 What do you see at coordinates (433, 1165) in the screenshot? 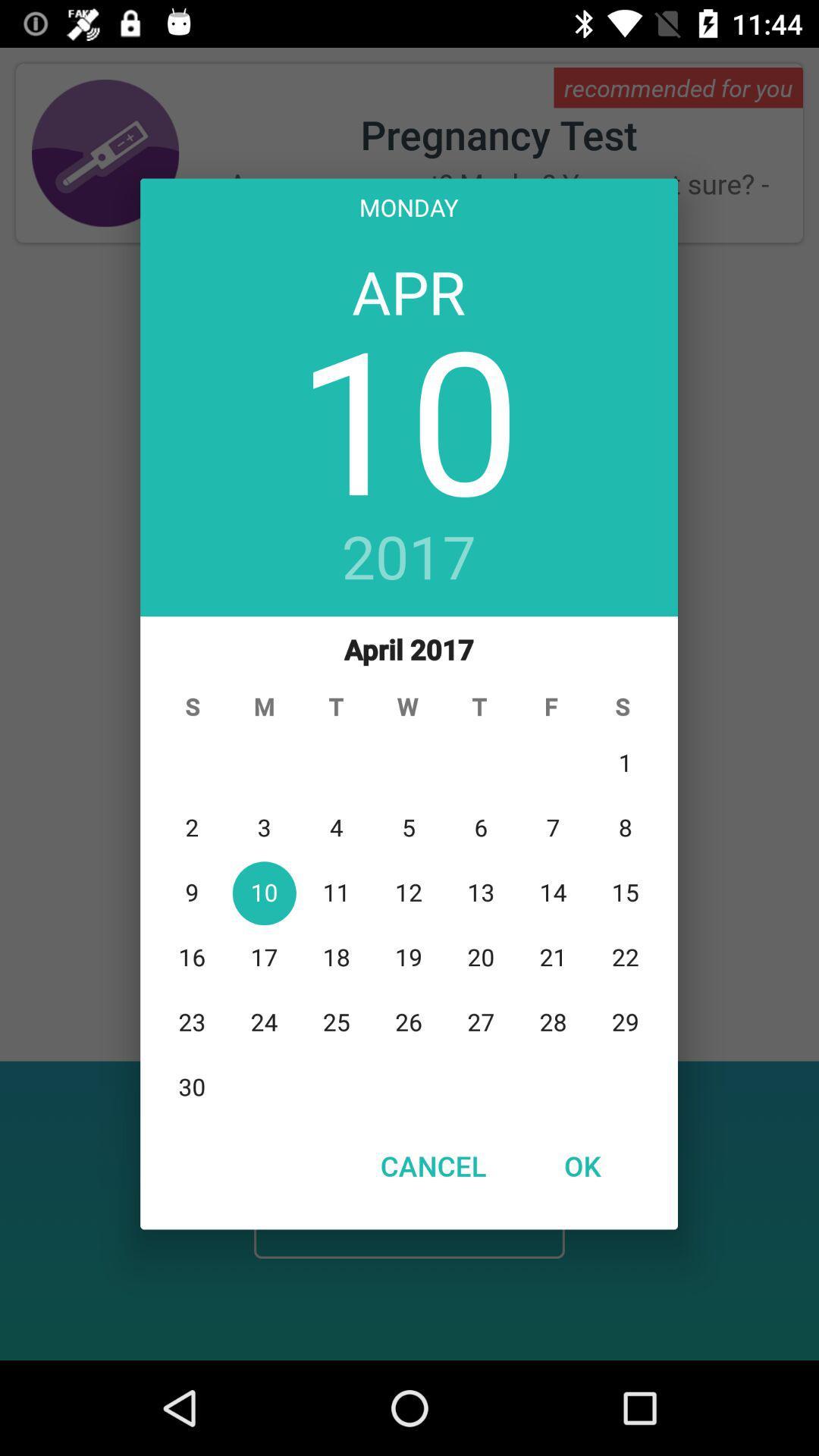
I see `item at the bottom` at bounding box center [433, 1165].